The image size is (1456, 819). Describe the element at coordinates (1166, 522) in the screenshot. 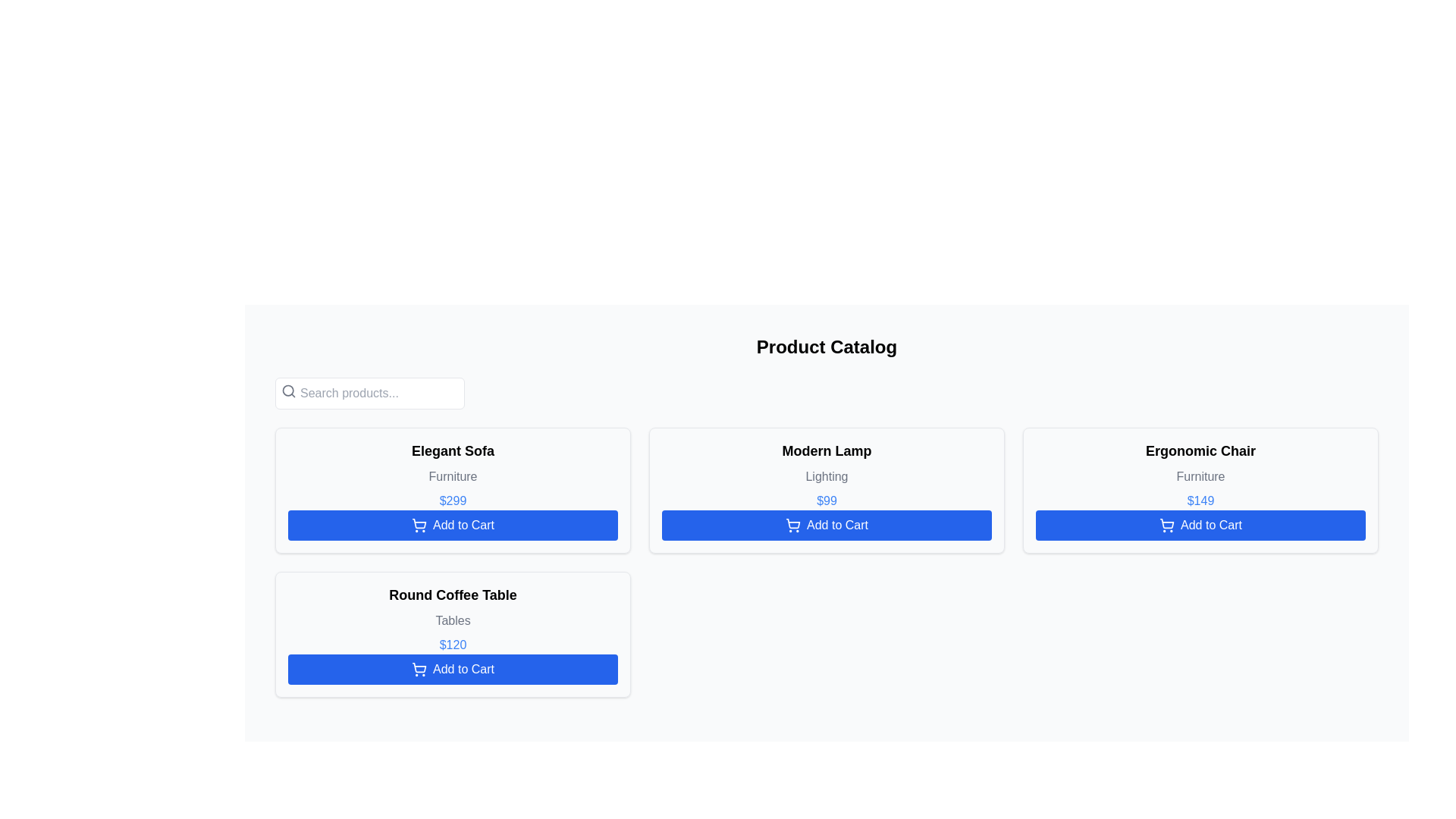

I see `the icon that visually represents adding a product to the cart, located to the left of the 'Add to Cart' text within the blue button of the 'Ergonomic Chair' product card` at that location.